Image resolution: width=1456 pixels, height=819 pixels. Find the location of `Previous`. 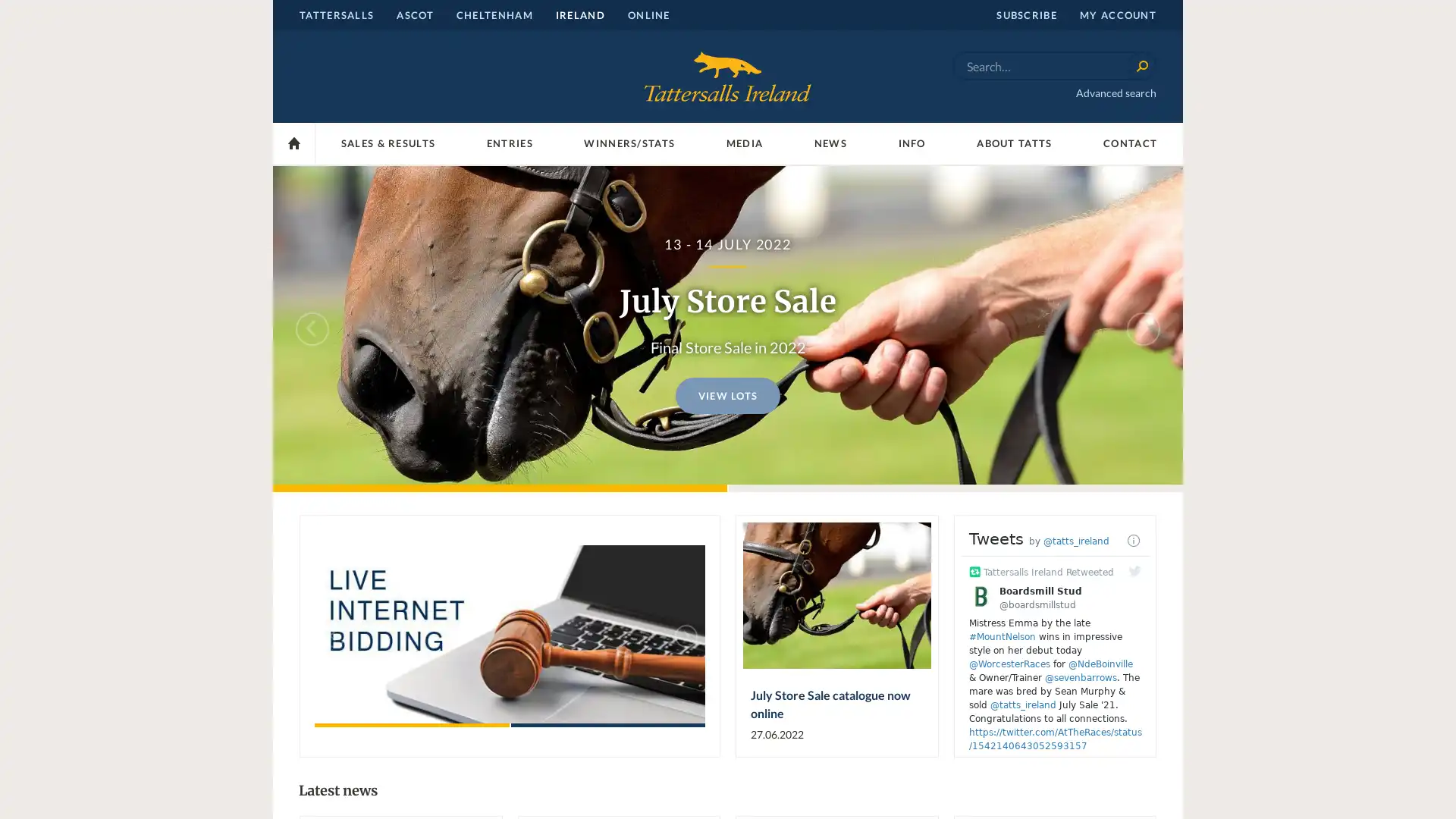

Previous is located at coordinates (312, 328).